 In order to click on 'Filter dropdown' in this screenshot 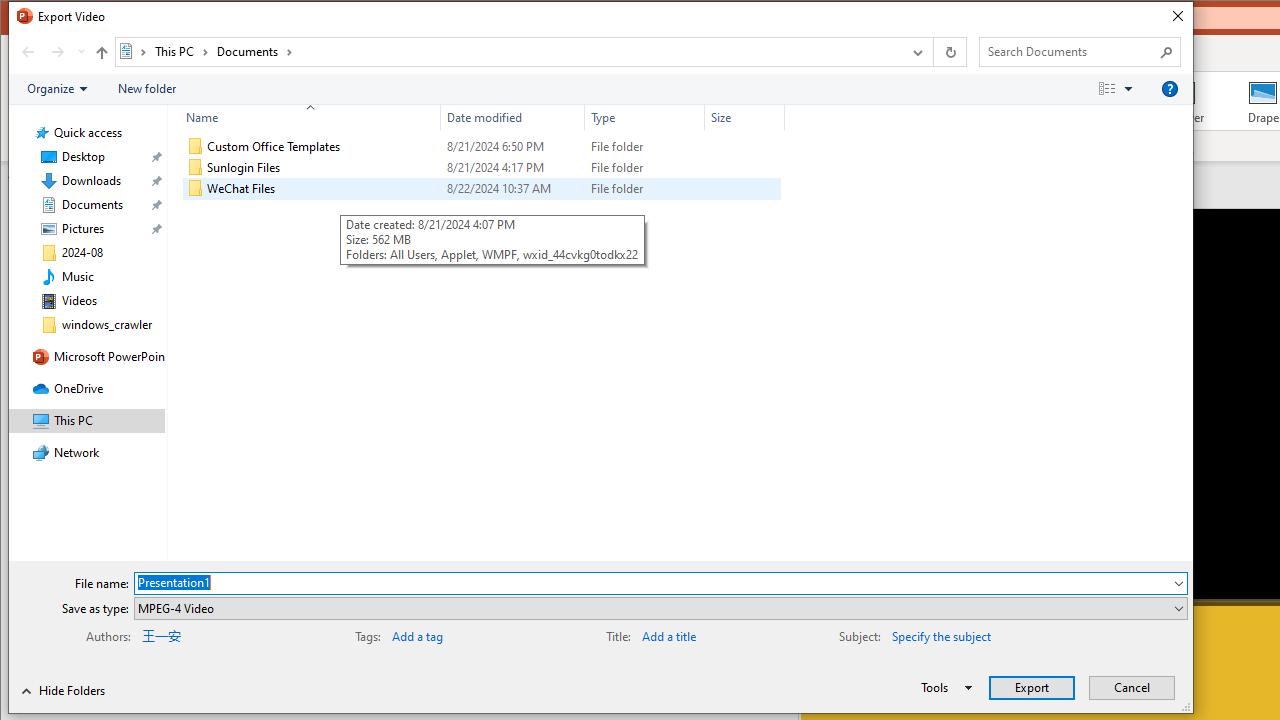, I will do `click(775, 117)`.